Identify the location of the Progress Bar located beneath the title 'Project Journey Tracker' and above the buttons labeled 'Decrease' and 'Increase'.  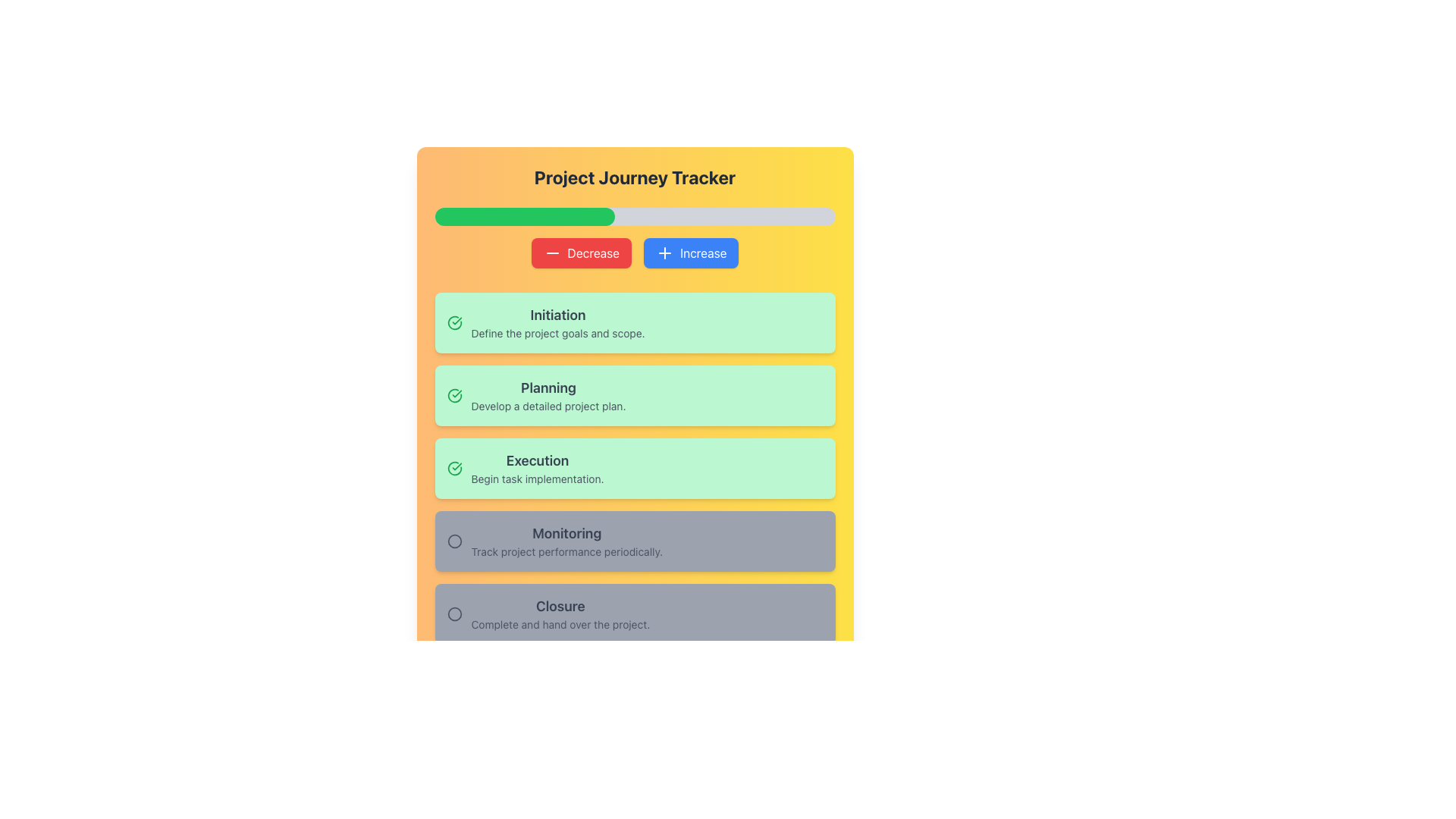
(635, 216).